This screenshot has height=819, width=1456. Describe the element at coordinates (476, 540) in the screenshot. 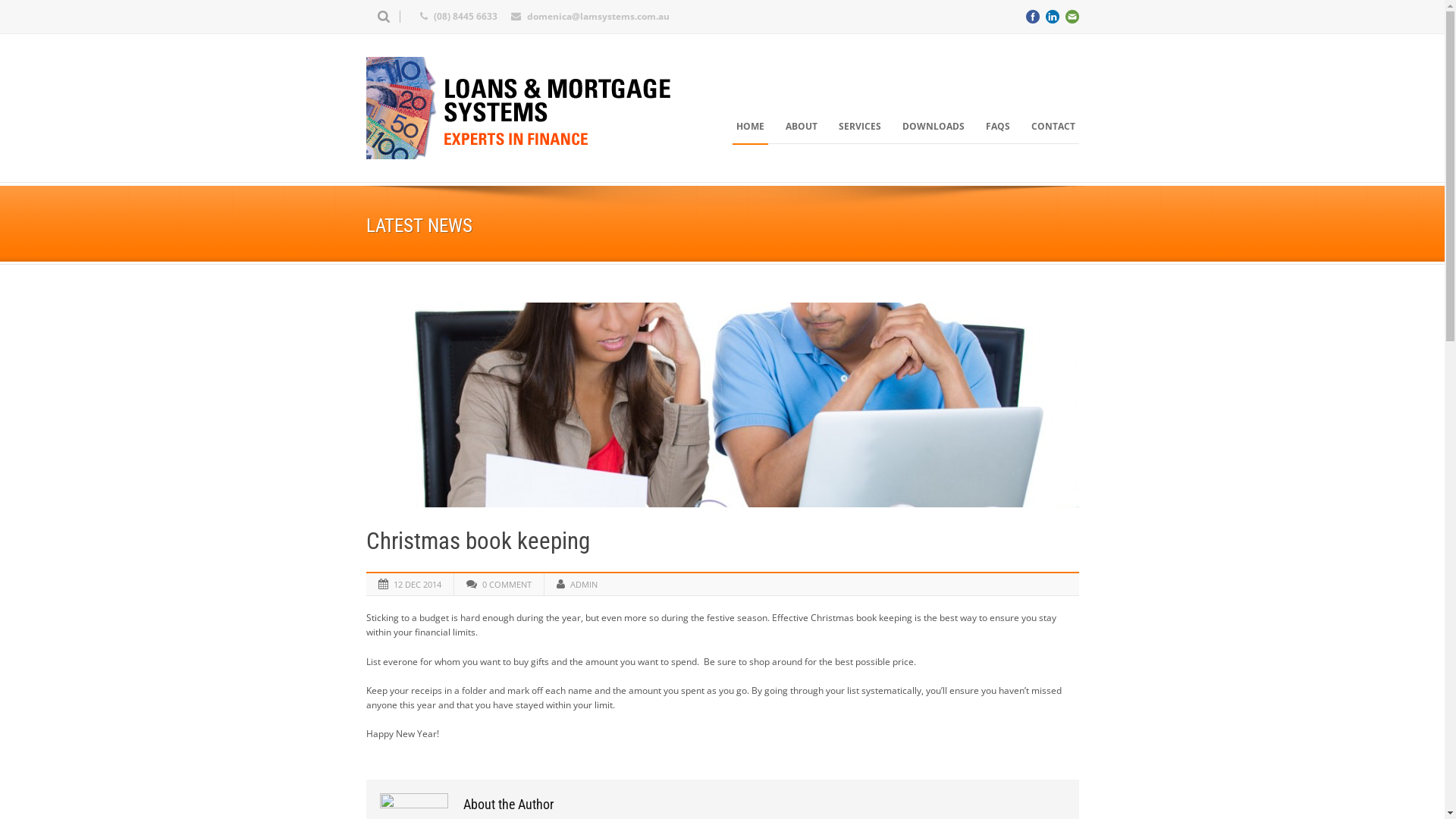

I see `'Christmas book keeping'` at that location.